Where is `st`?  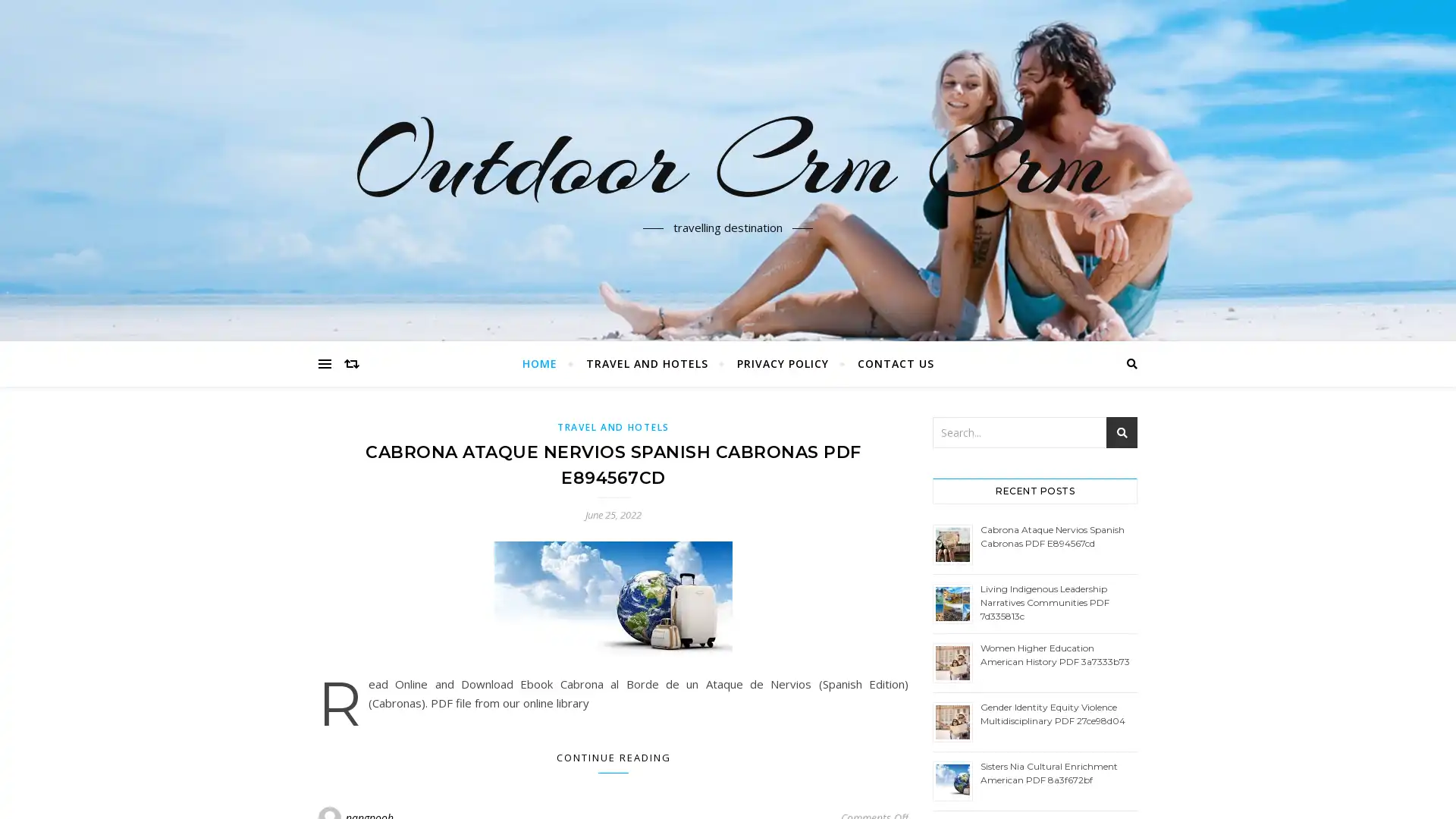
st is located at coordinates (1122, 432).